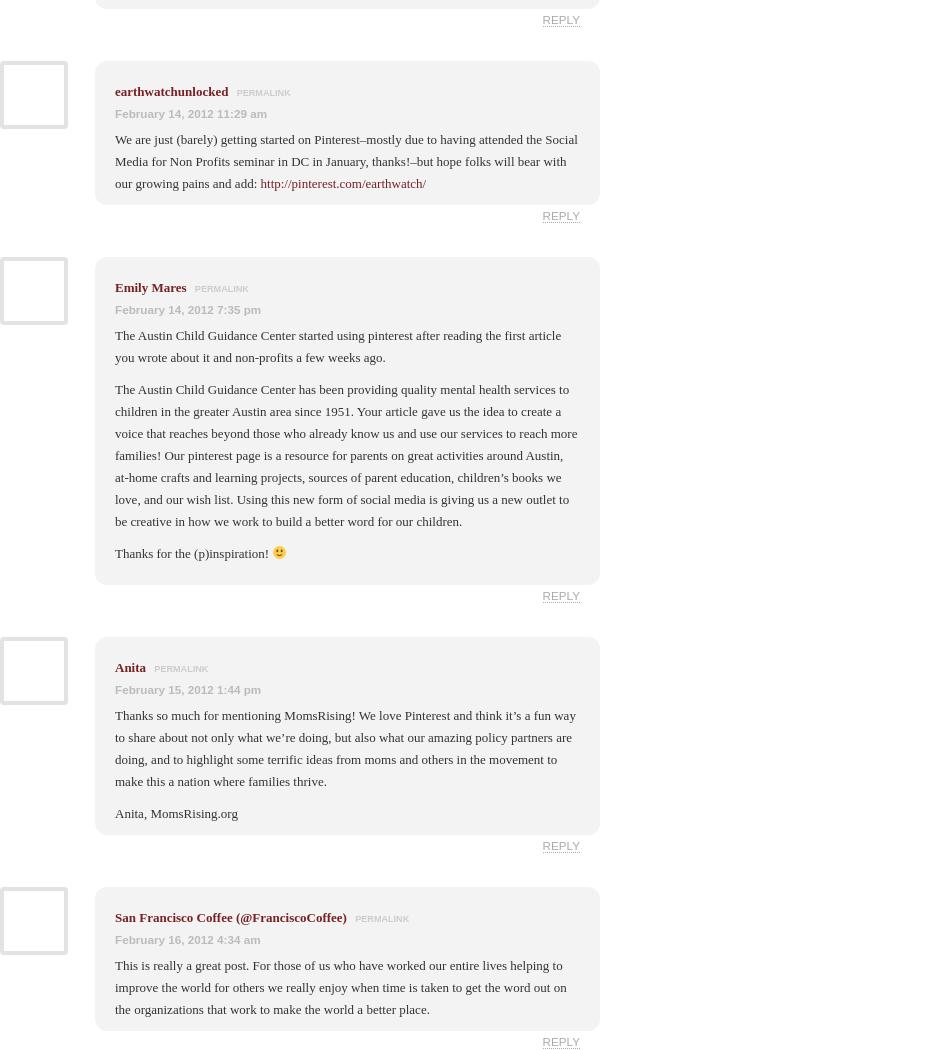 This screenshot has height=1050, width=930. I want to click on 'Thanks so much for mentioning MomsRising! We love Pinterest and think it’s a fun way to share about not only what we’re doing, but also what our amazing policy partners are doing, and to highlight some terrific ideas from moms and others in the movement to make this a nation where families thrive.', so click(344, 746).